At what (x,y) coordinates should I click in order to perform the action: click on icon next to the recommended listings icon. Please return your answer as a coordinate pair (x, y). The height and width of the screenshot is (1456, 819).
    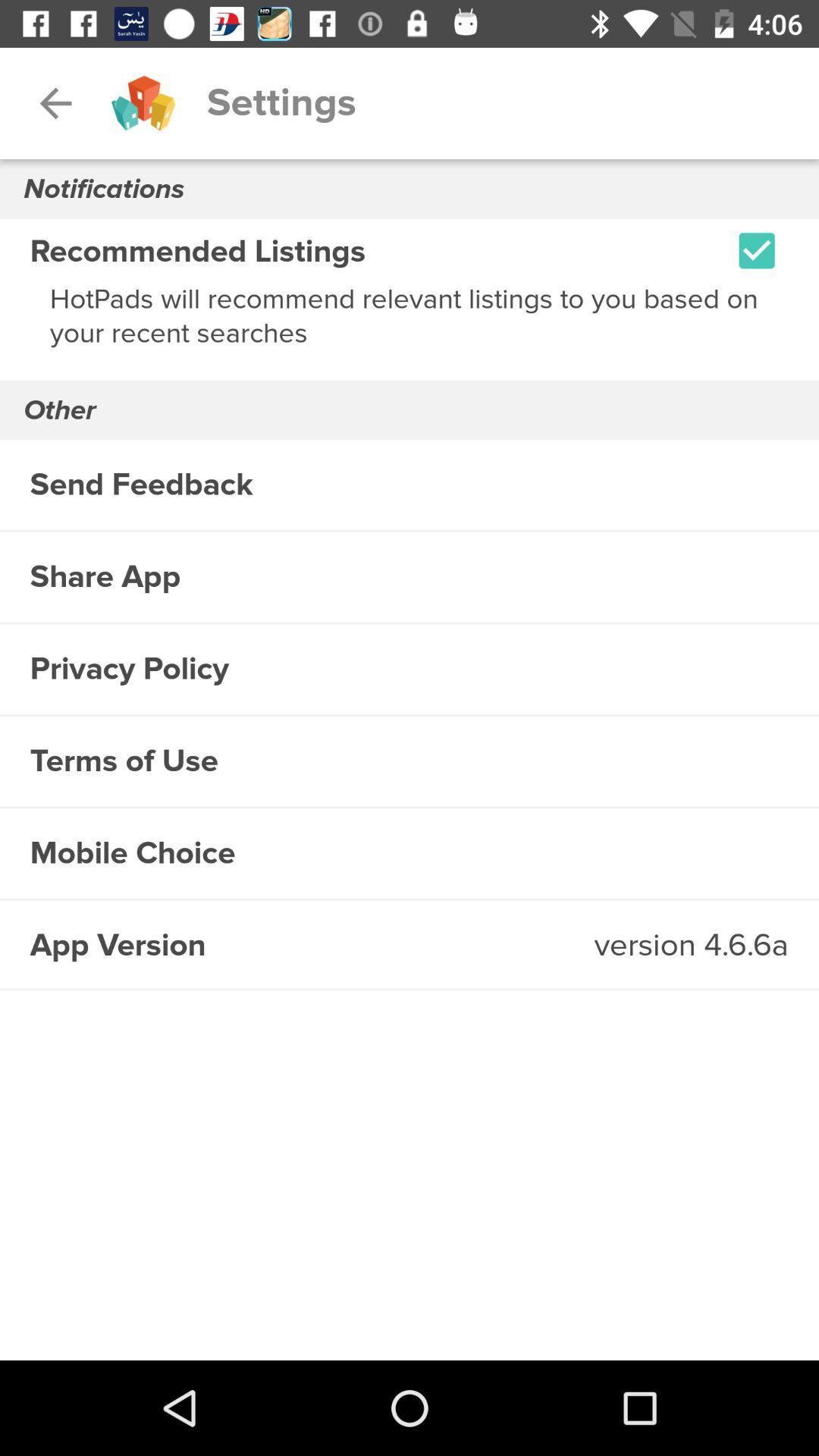
    Looking at the image, I should click on (757, 250).